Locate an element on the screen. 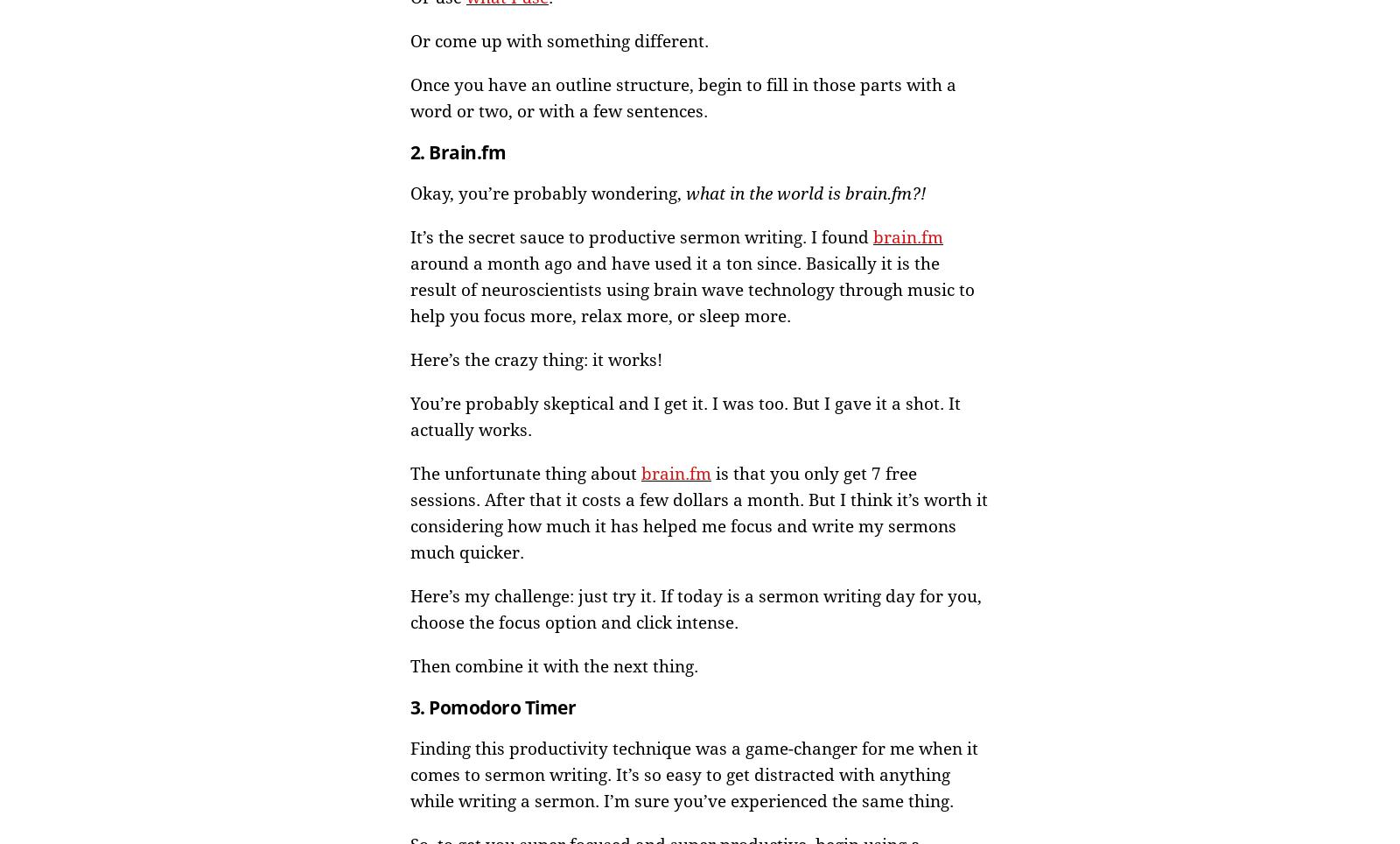 This screenshot has width=1400, height=844. 'Here’s the crazy thing: it works!' is located at coordinates (535, 358).